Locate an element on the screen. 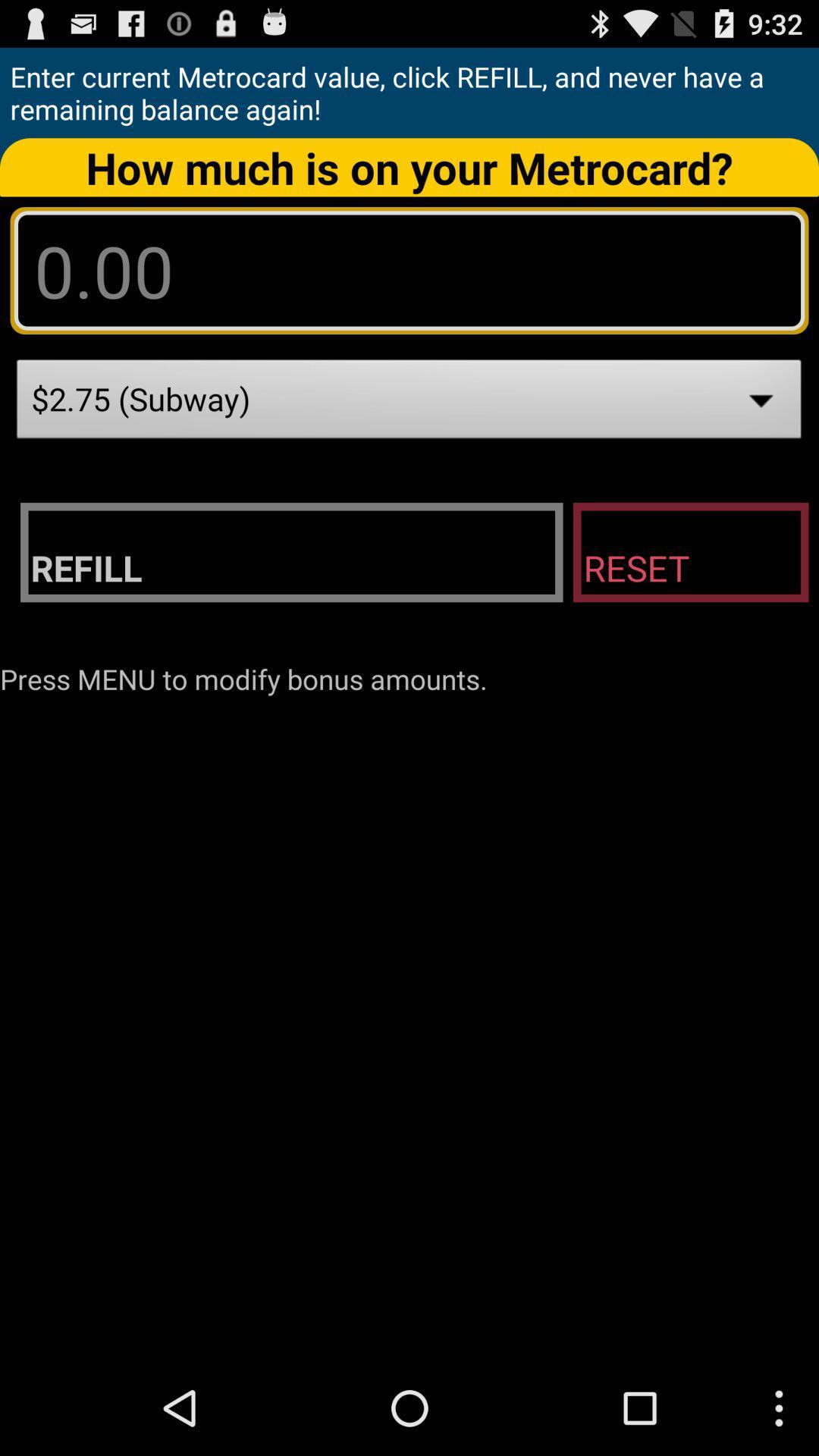 The height and width of the screenshot is (1456, 819). metorcard amount is located at coordinates (409, 270).